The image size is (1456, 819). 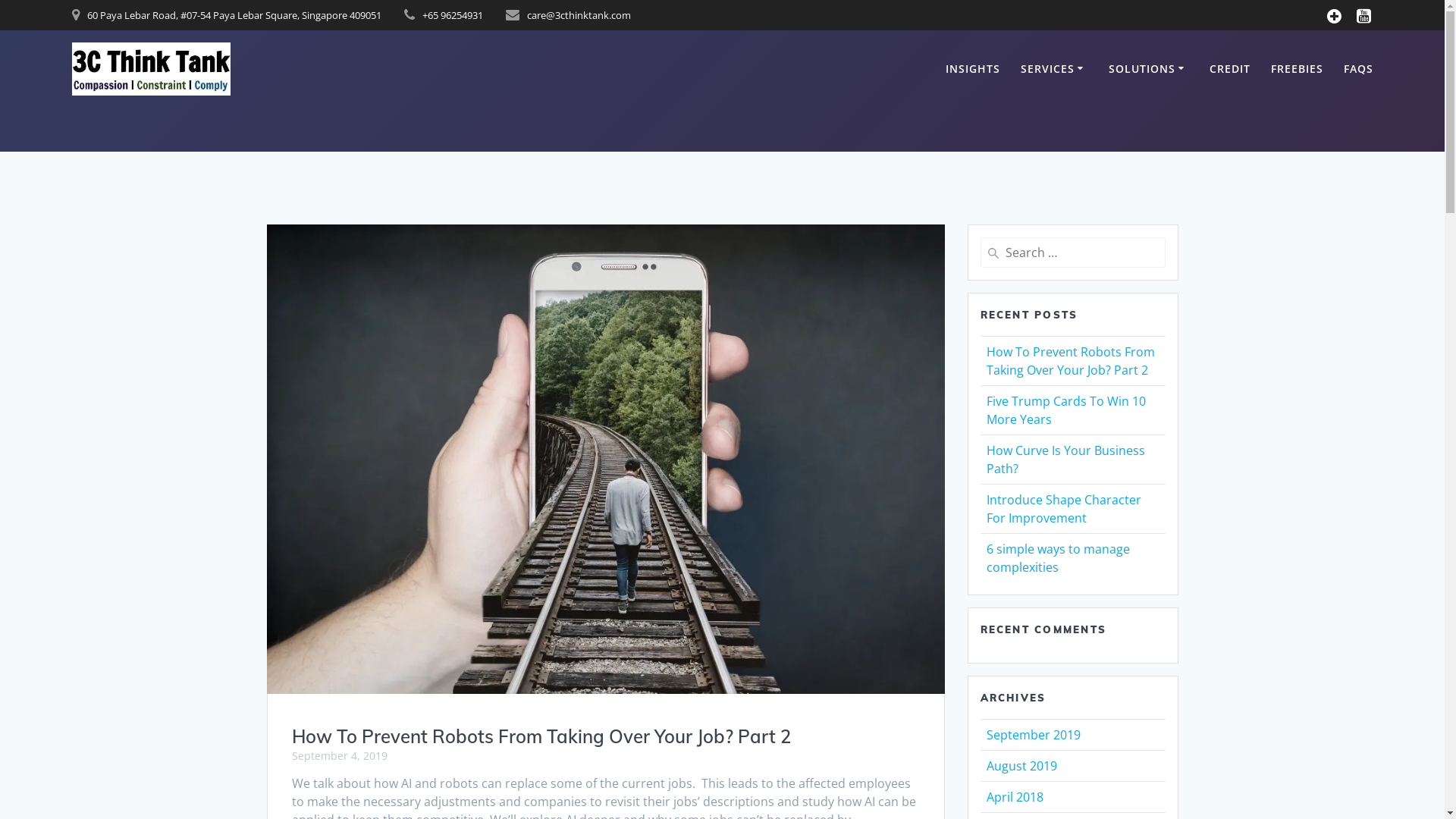 What do you see at coordinates (1343, 69) in the screenshot?
I see `'FAQS'` at bounding box center [1343, 69].